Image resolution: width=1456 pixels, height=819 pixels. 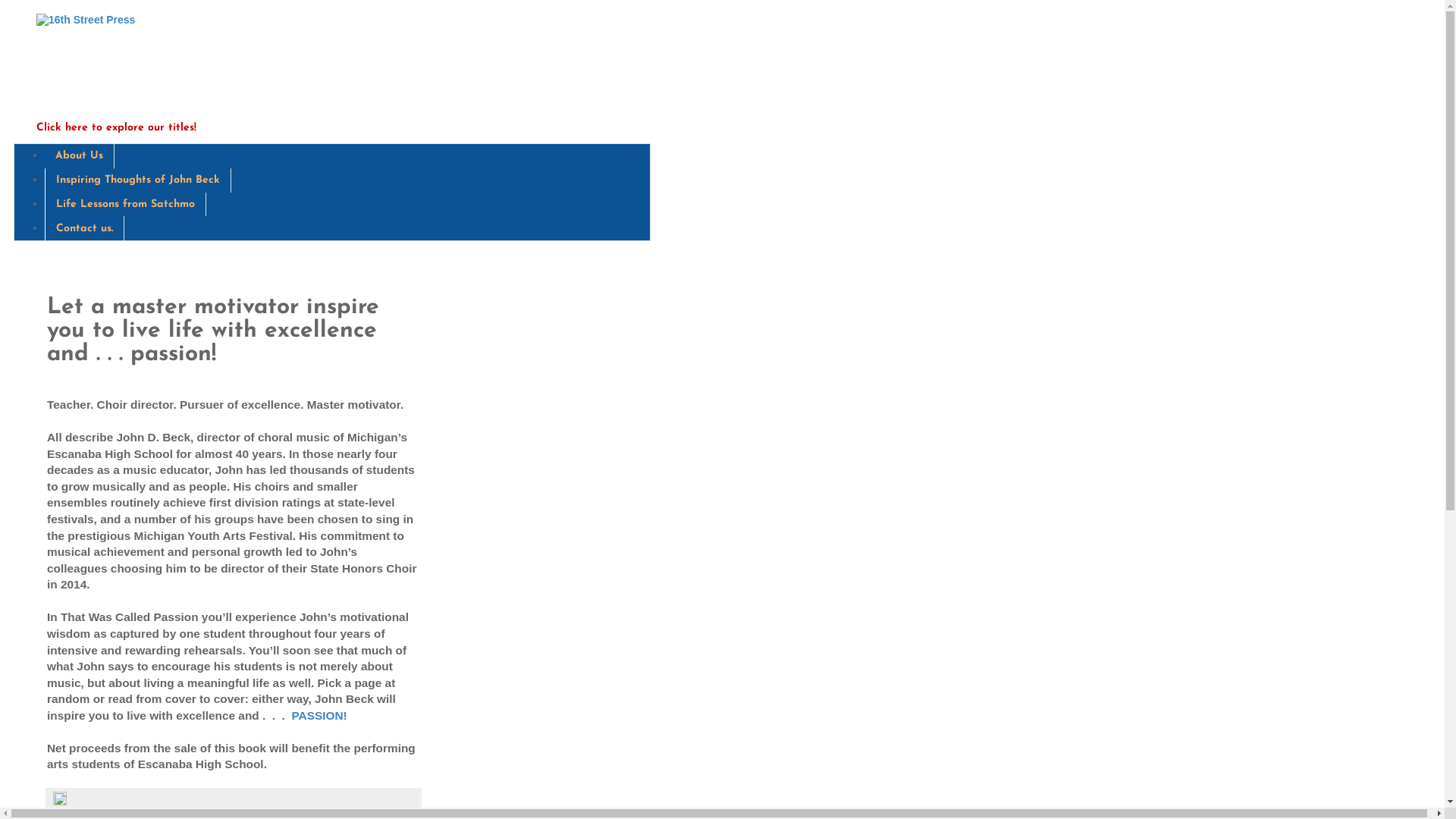 I want to click on 'About Us', so click(x=79, y=155).